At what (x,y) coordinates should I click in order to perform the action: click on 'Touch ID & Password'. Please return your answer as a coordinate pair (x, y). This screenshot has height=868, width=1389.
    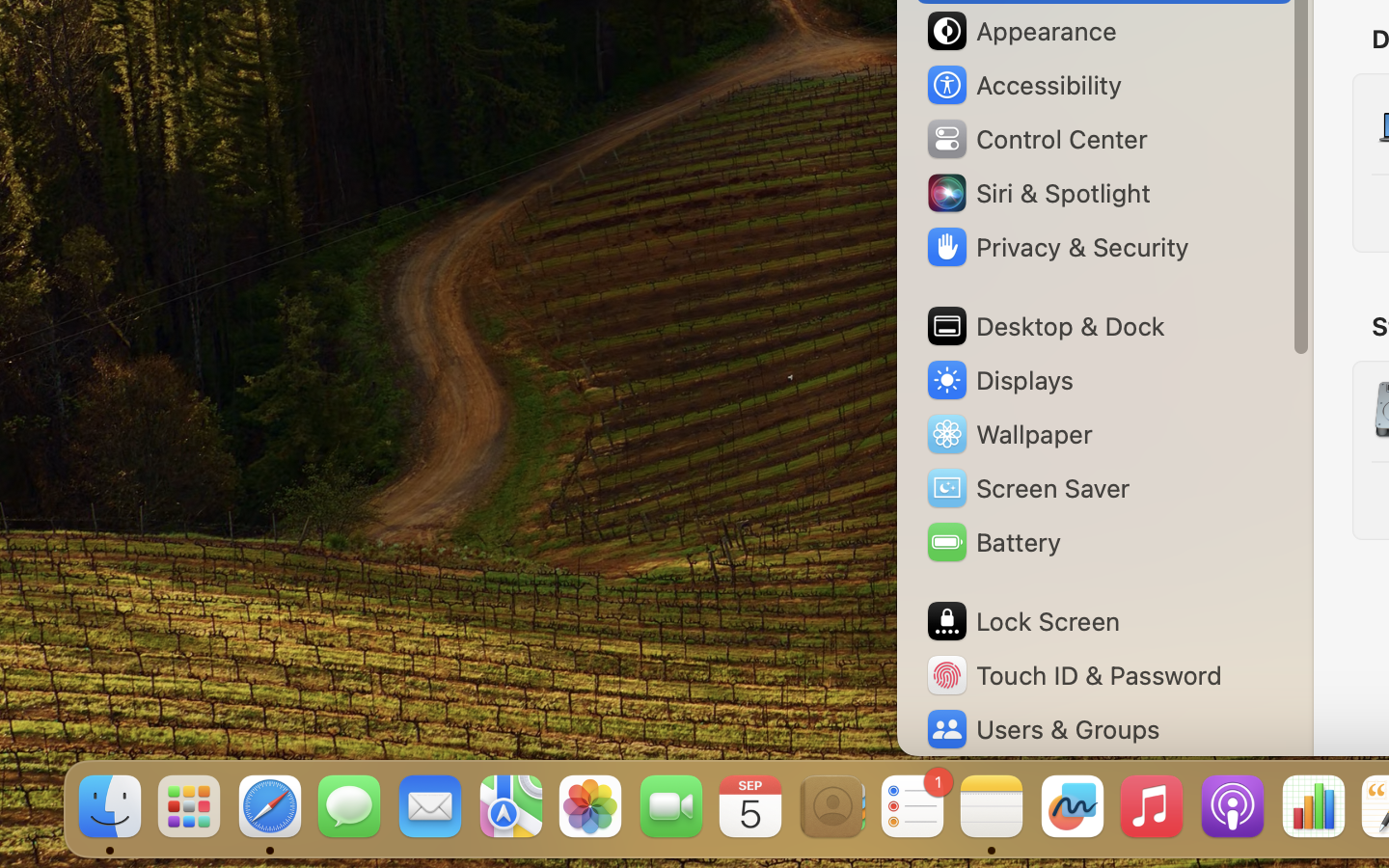
    Looking at the image, I should click on (1072, 674).